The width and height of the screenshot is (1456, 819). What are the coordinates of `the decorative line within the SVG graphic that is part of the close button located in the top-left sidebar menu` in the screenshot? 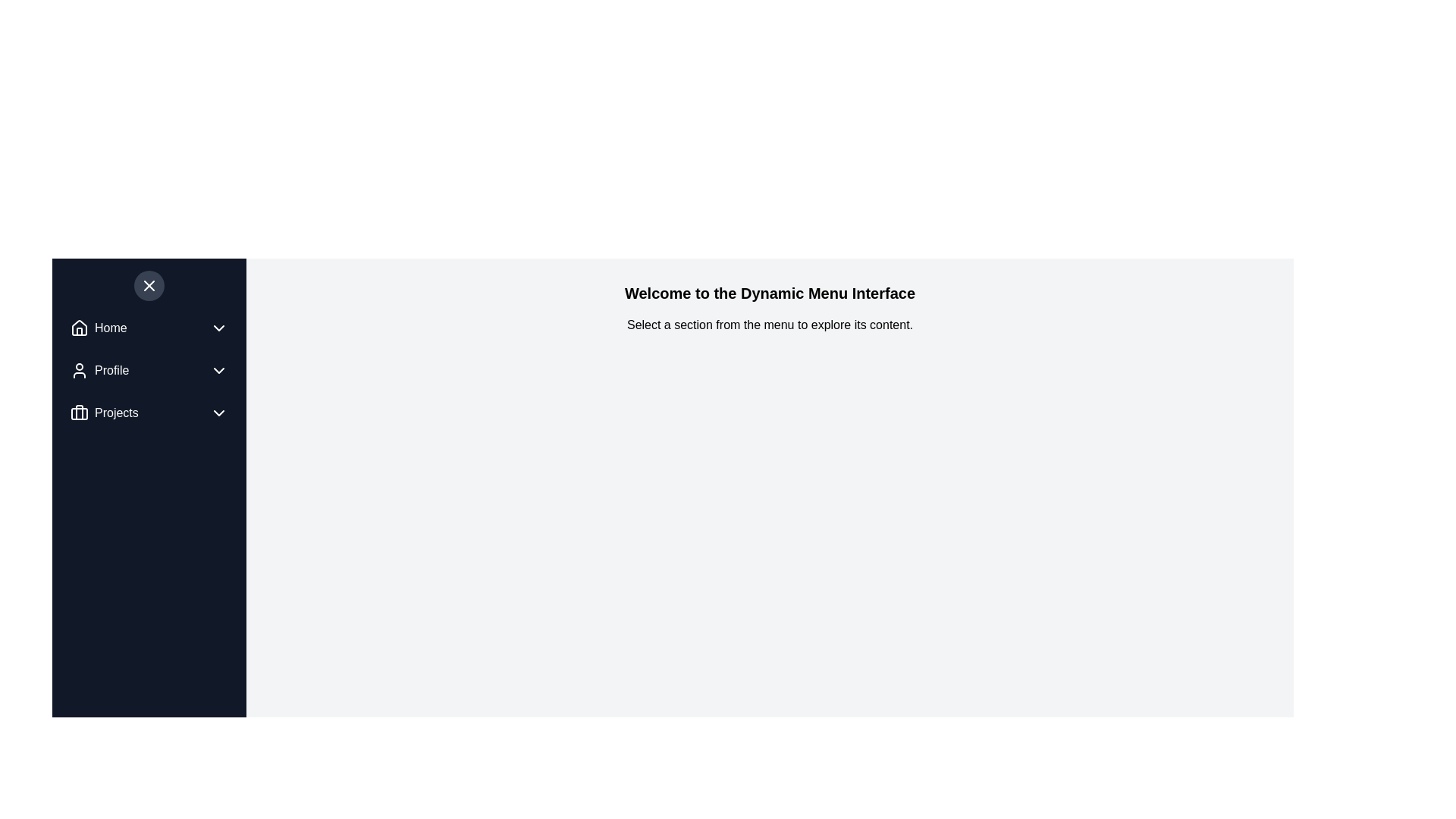 It's located at (149, 286).